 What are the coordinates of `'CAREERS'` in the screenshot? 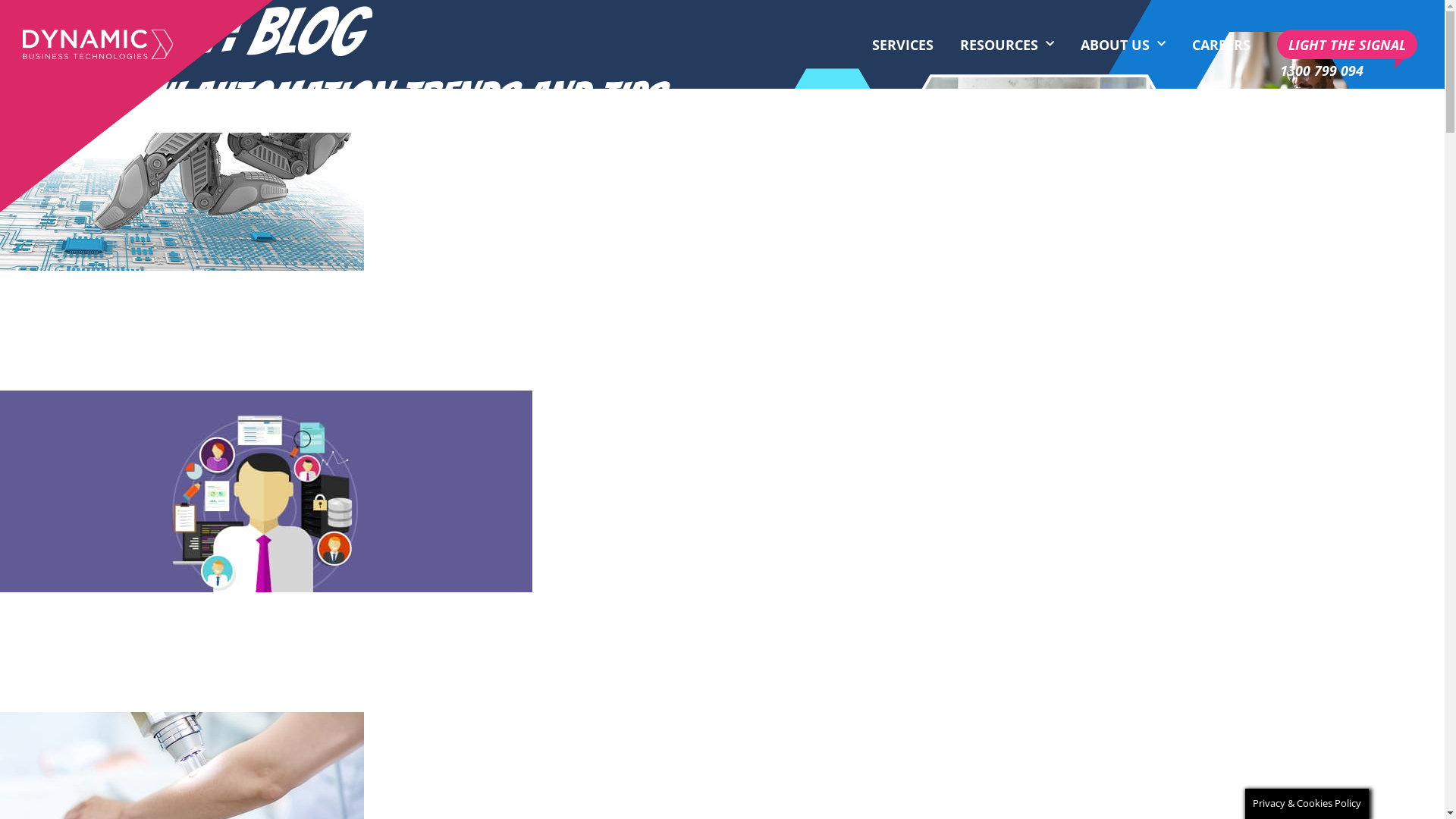 It's located at (1221, 43).